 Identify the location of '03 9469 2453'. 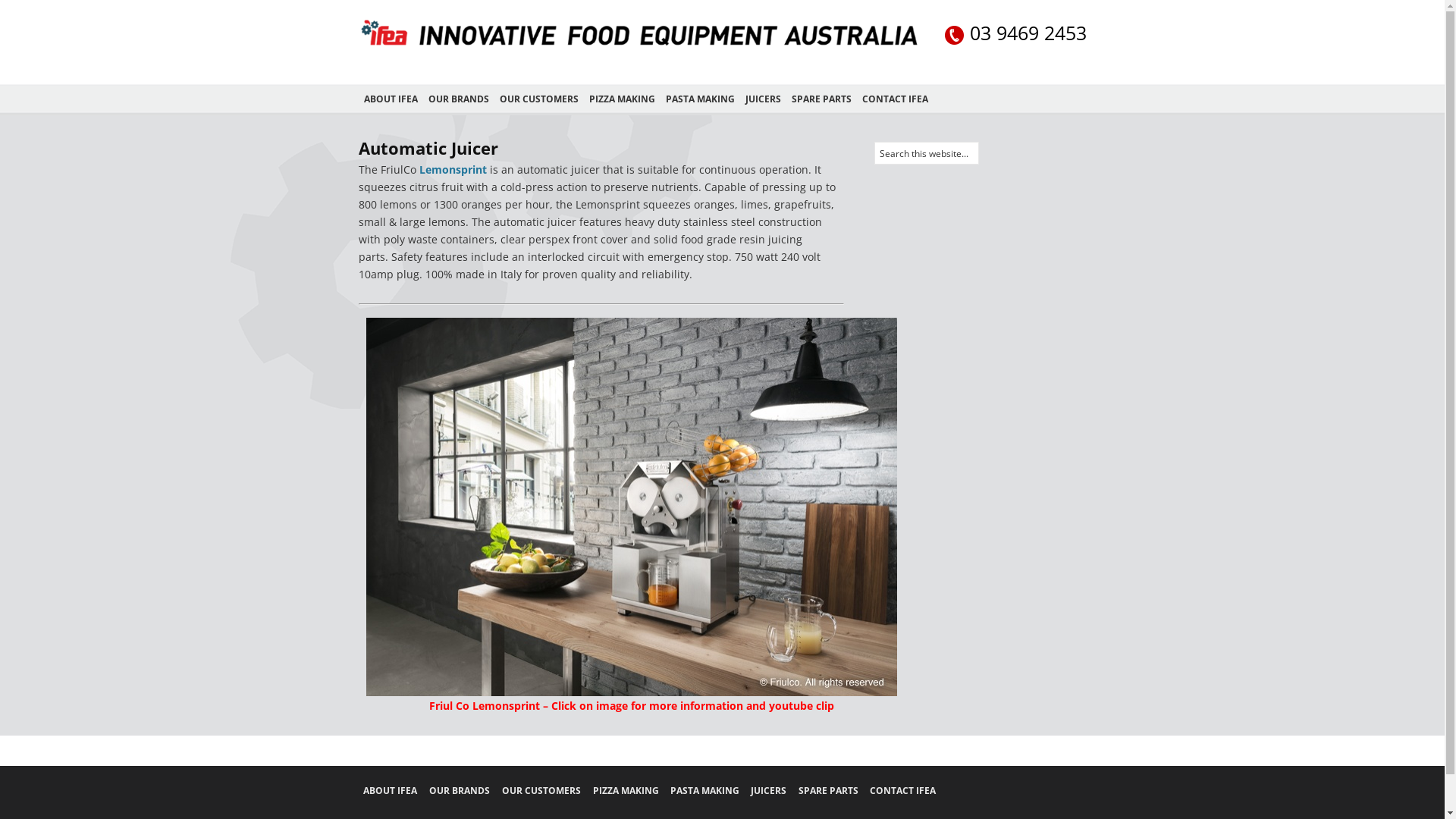
(1015, 34).